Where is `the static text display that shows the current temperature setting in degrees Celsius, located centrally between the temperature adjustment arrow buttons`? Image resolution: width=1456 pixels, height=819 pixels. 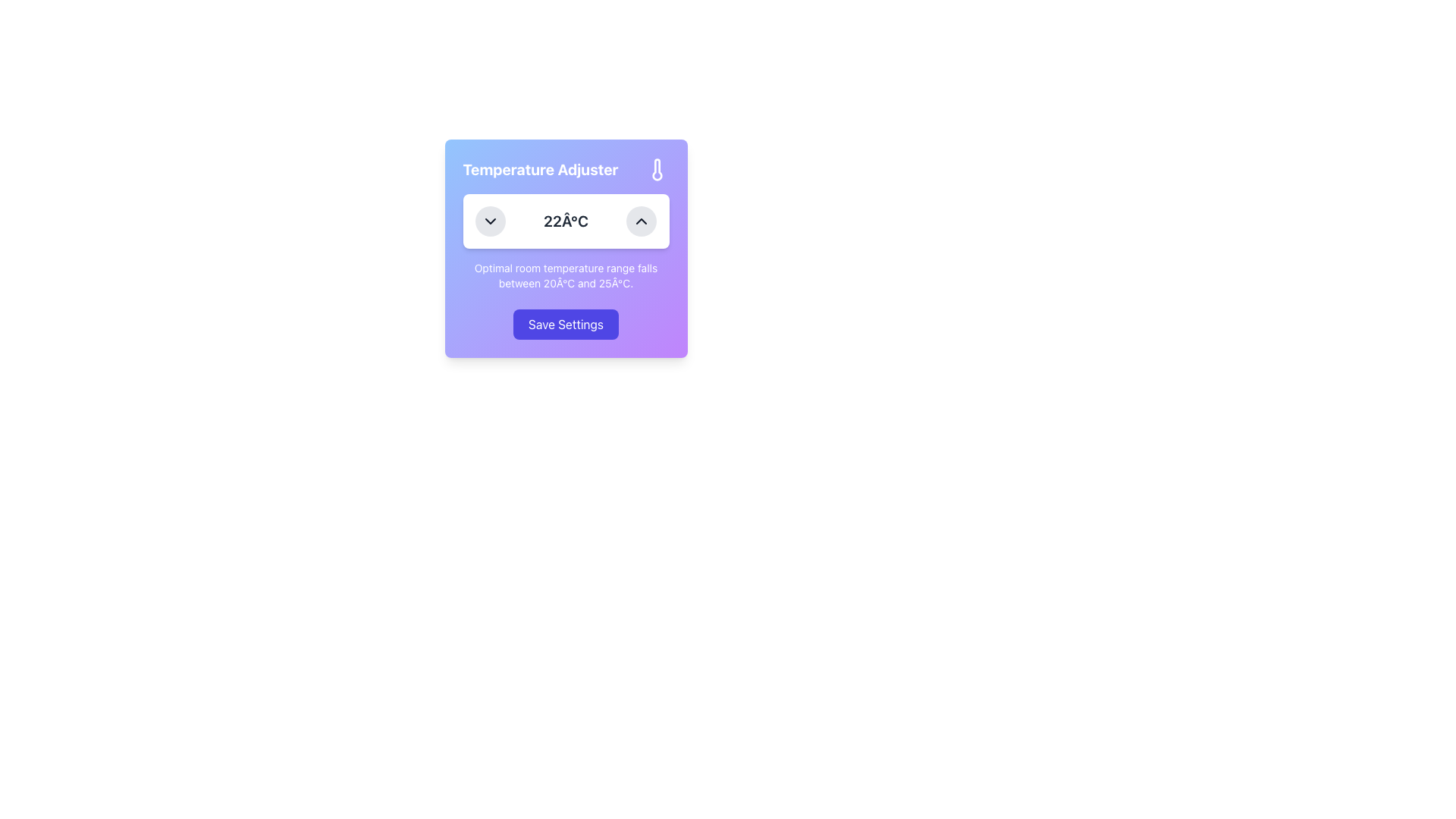 the static text display that shows the current temperature setting in degrees Celsius, located centrally between the temperature adjustment arrow buttons is located at coordinates (565, 221).